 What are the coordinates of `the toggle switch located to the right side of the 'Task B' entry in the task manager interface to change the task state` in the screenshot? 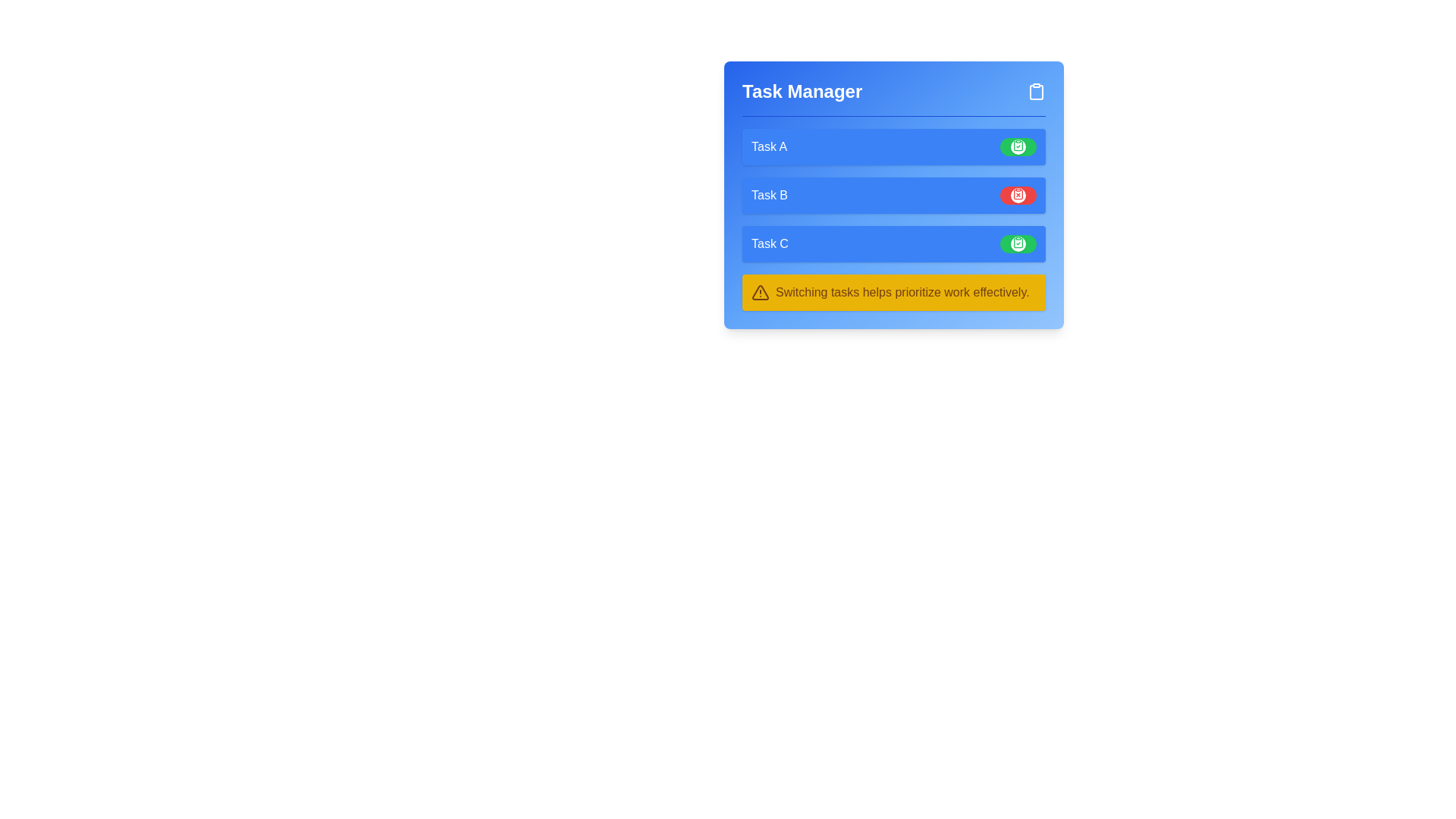 It's located at (1018, 195).